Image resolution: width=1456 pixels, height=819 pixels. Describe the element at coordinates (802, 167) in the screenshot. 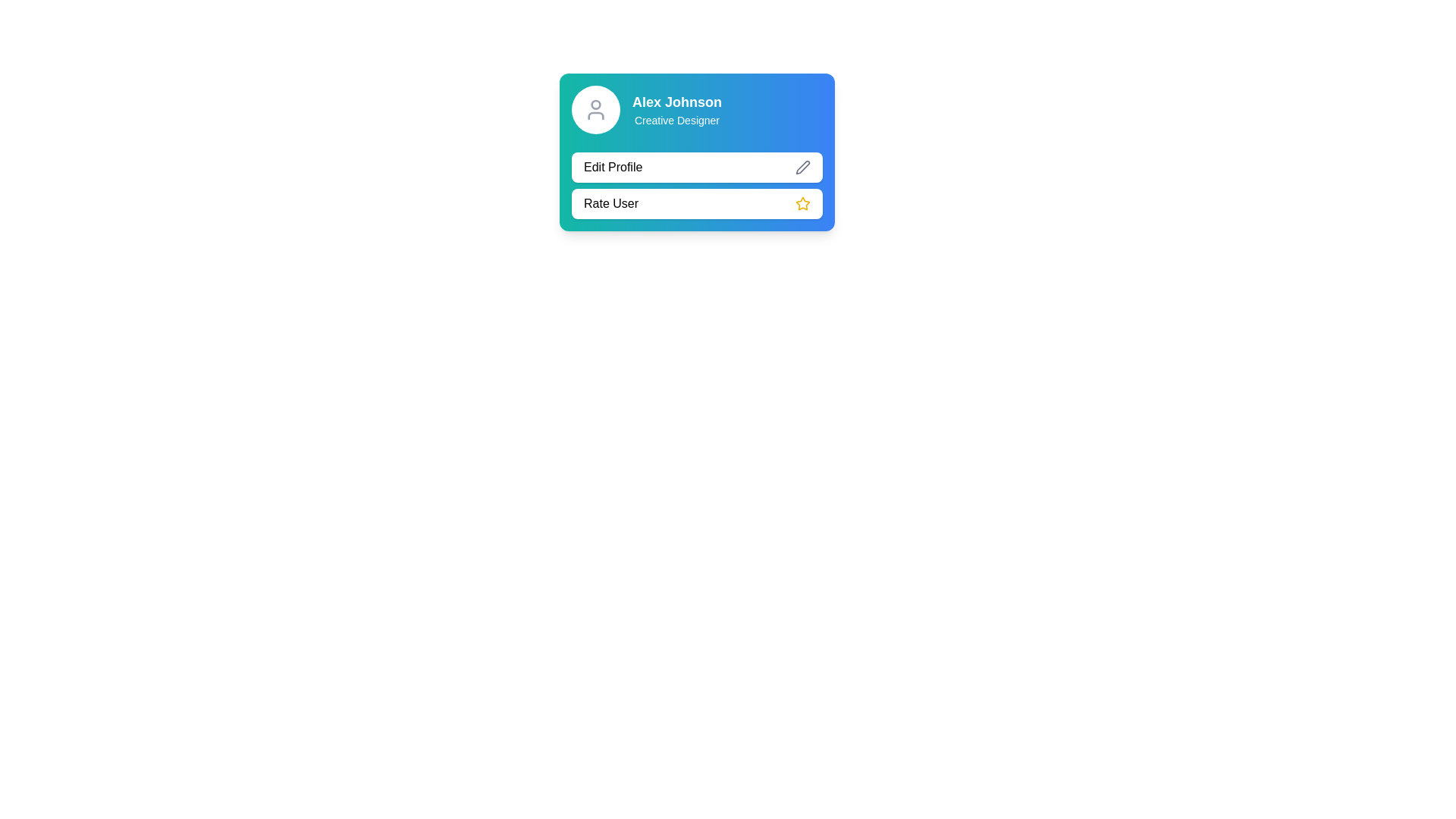

I see `the edit profile icon located at the far-right end of the 'Edit Profile' button, adjacent to the text 'Edit Profile'` at that location.